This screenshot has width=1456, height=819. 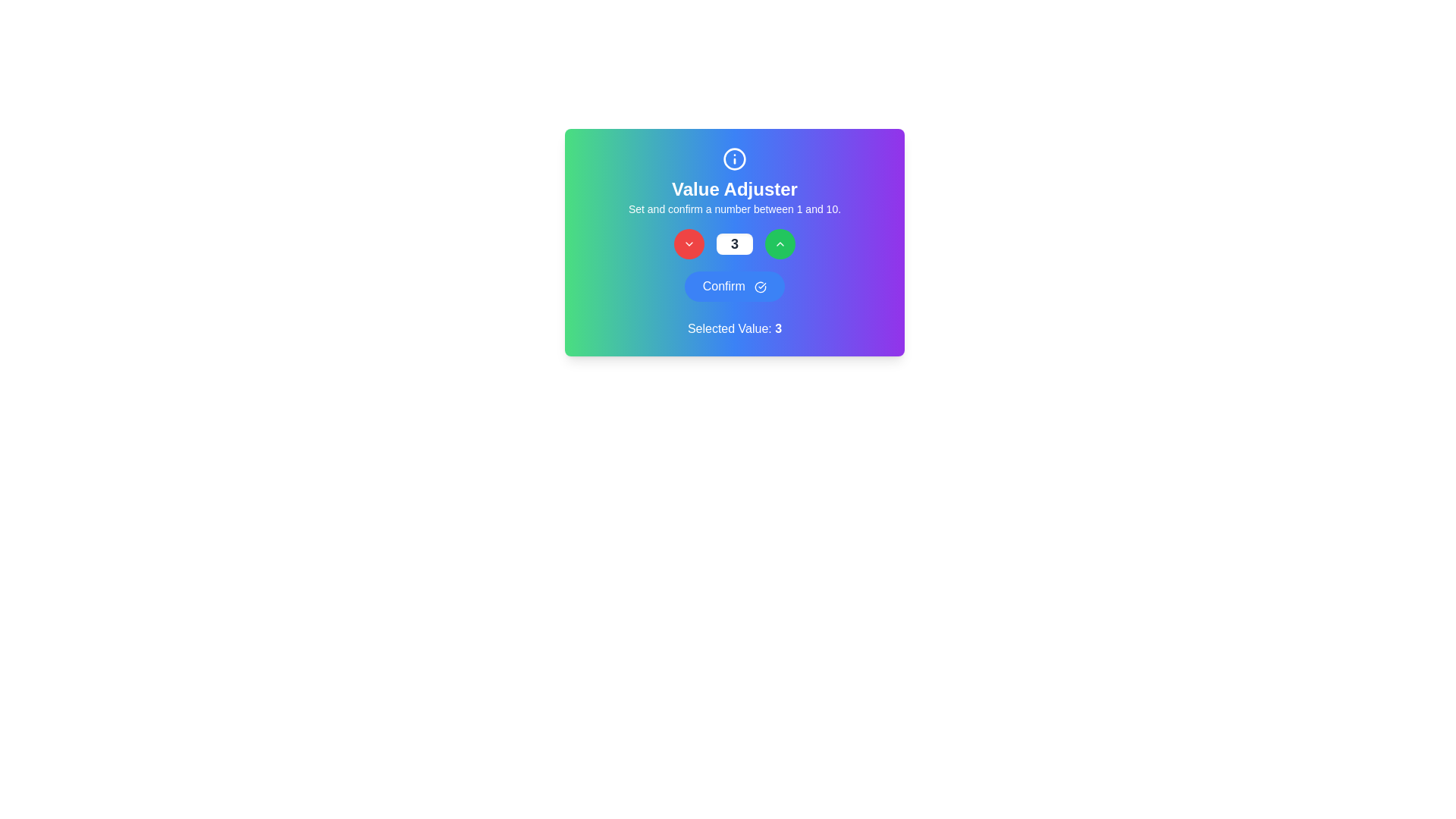 I want to click on the decrement button located on the left side of the central group of interactive elements to experience the hover effect, so click(x=688, y=243).